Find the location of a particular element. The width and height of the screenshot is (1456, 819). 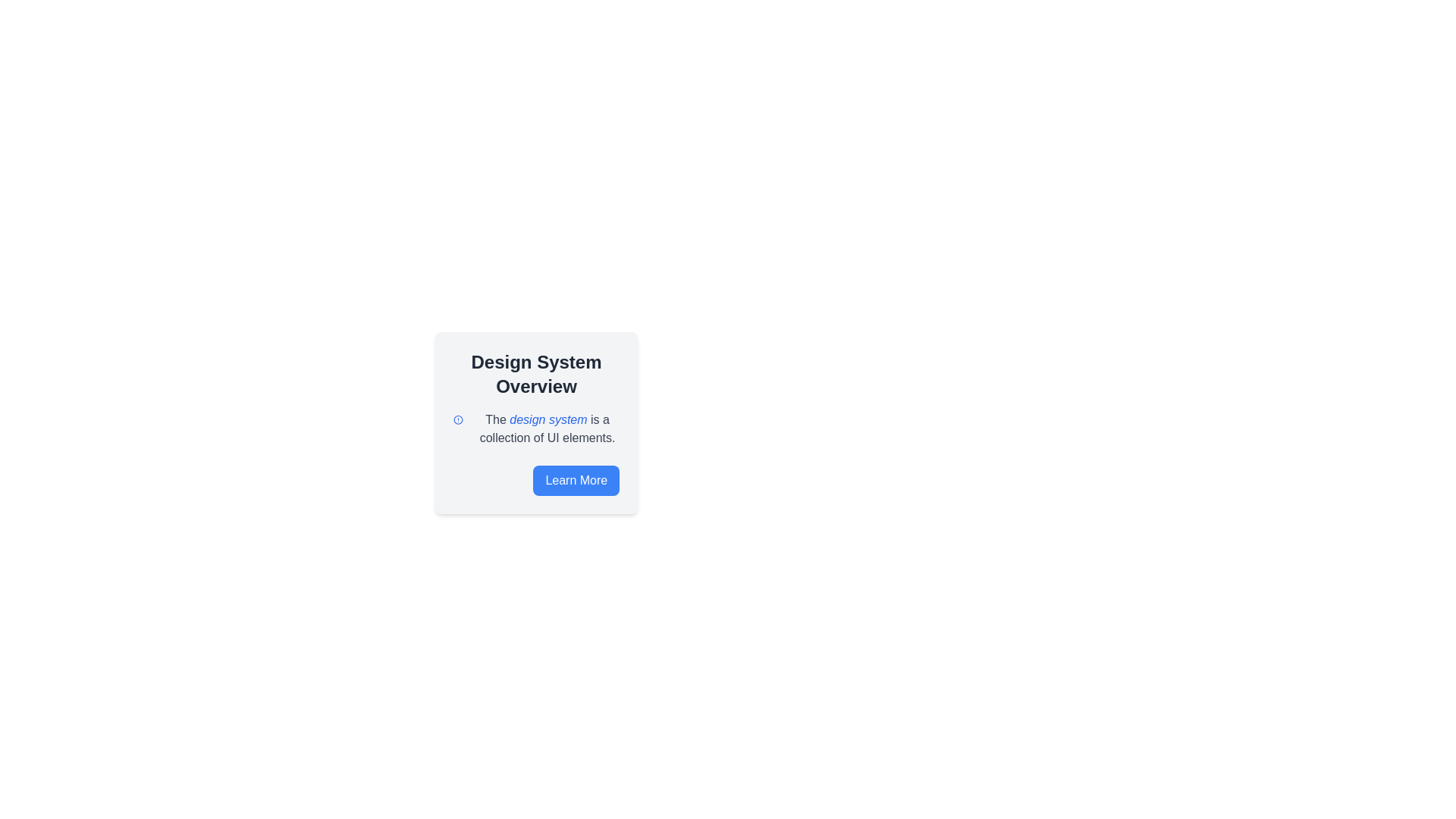

the blue-colored text phrase 'design system' that is positioned in the middle of the sentence below the heading 'Design System Overview' is located at coordinates (548, 419).